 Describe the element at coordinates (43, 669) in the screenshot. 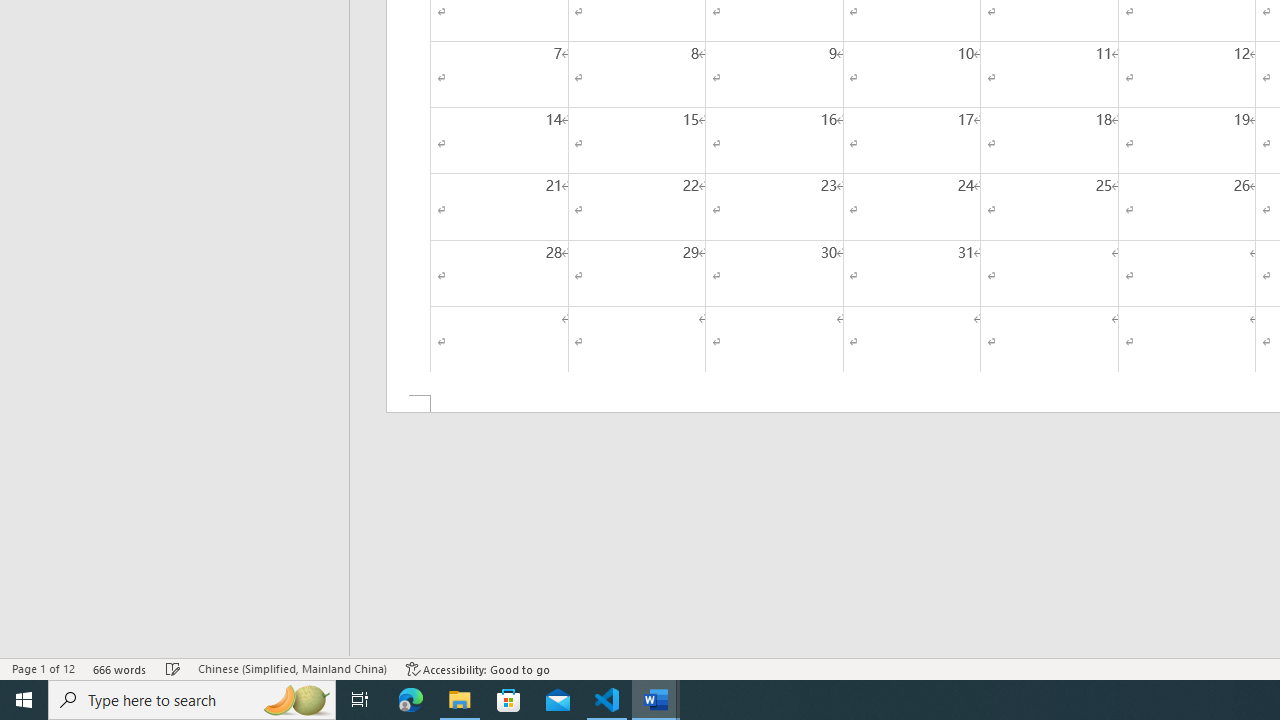

I see `'Page Number Page 1 of 12'` at that location.